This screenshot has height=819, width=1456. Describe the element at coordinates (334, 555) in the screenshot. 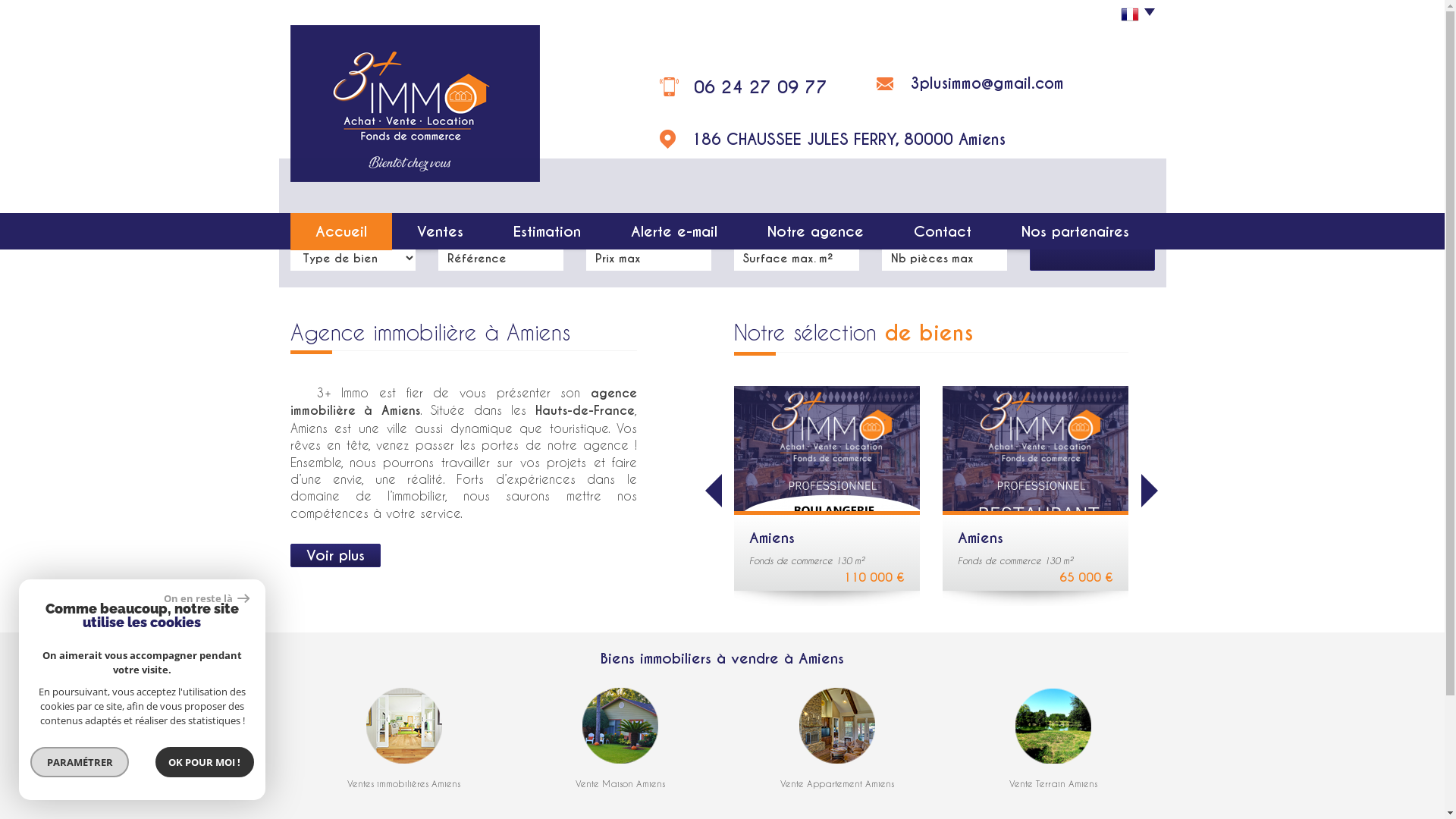

I see `'Voir plus'` at that location.